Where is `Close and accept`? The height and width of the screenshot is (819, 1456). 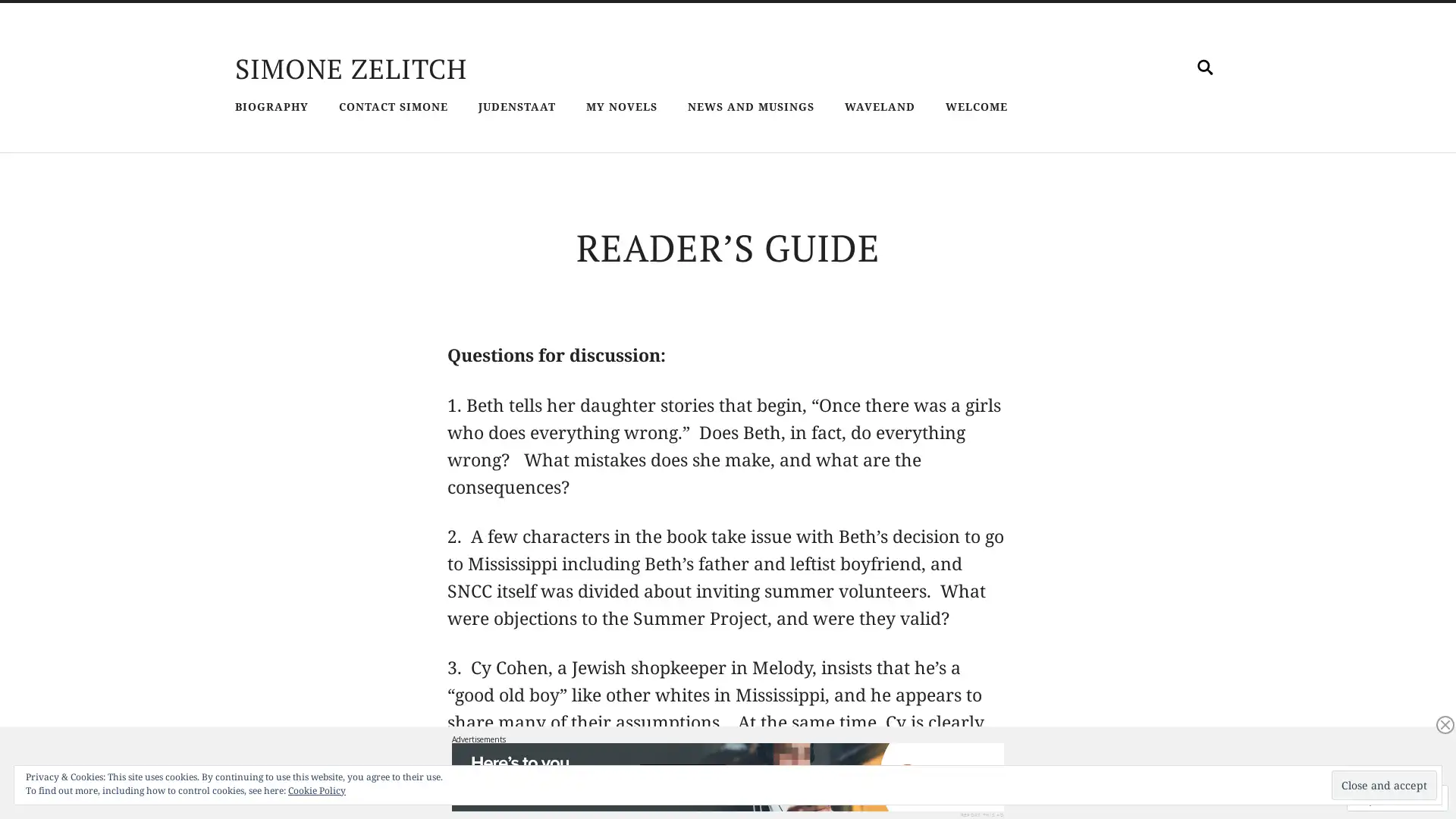 Close and accept is located at coordinates (1384, 785).